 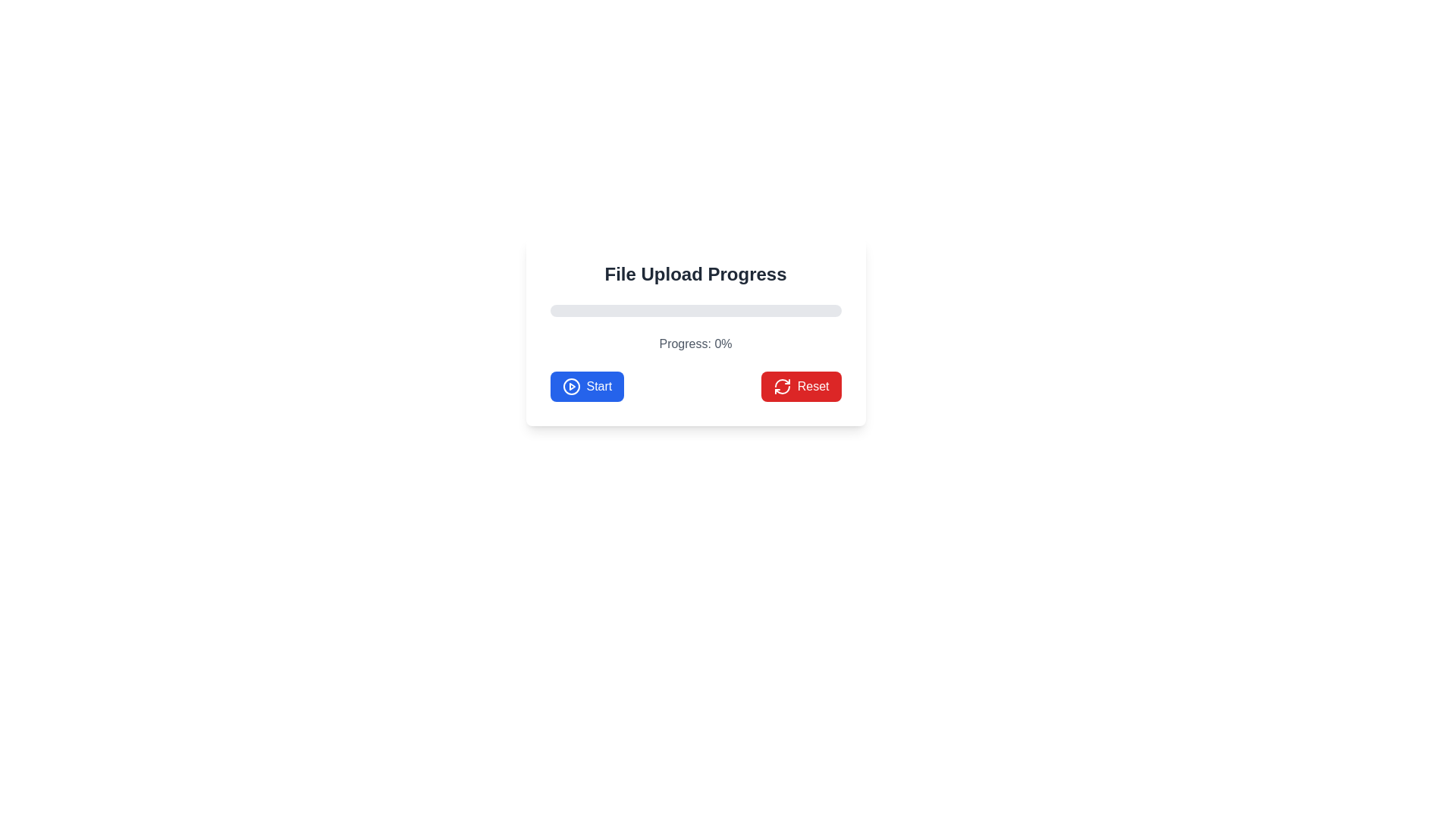 What do you see at coordinates (695, 344) in the screenshot?
I see `the Text Label that displays the current progress percentage, which is positioned centrally below the progress bar and above the 'Start' and 'Reset' buttons` at bounding box center [695, 344].